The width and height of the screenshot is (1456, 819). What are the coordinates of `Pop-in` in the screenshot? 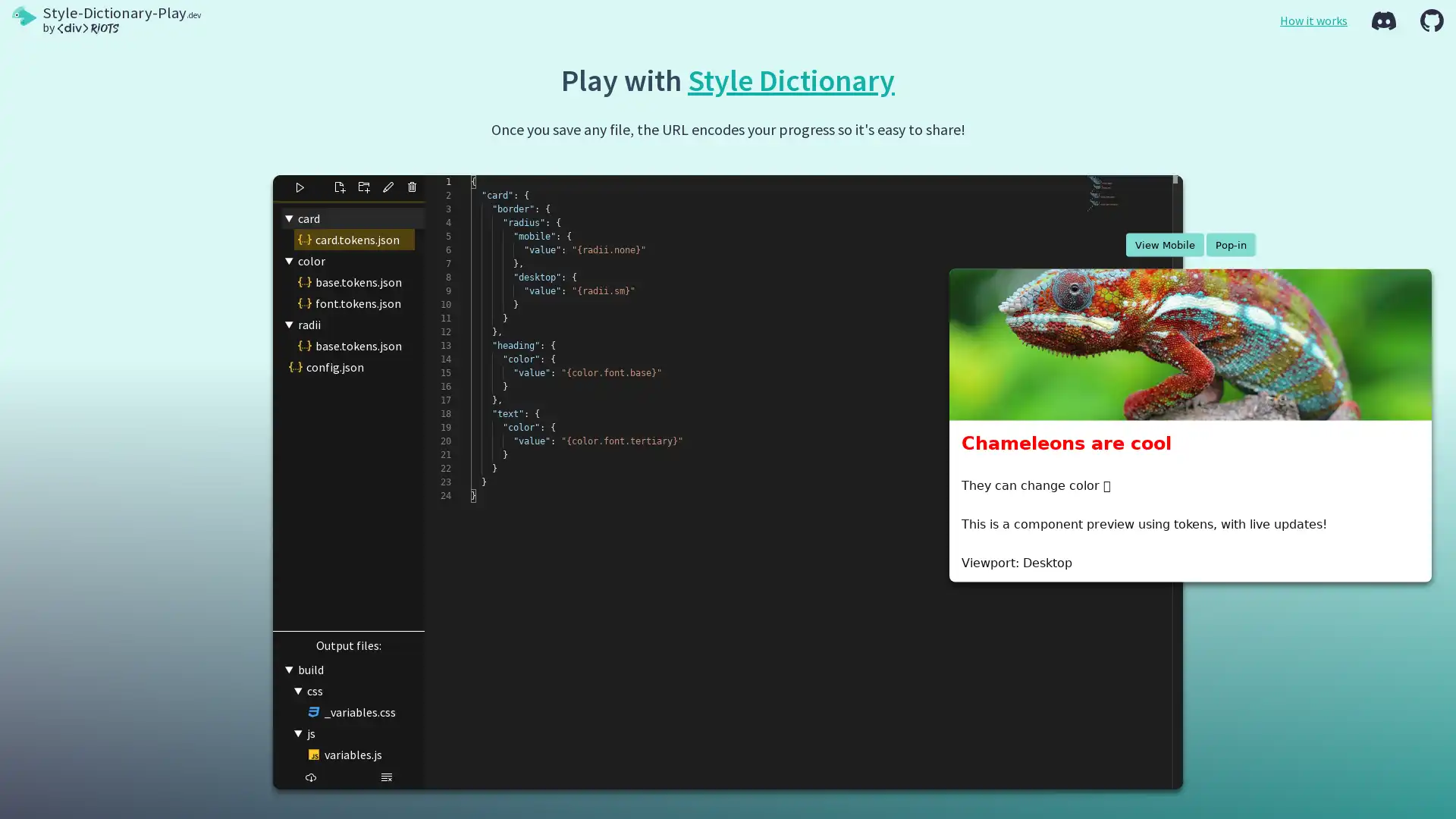 It's located at (1230, 243).